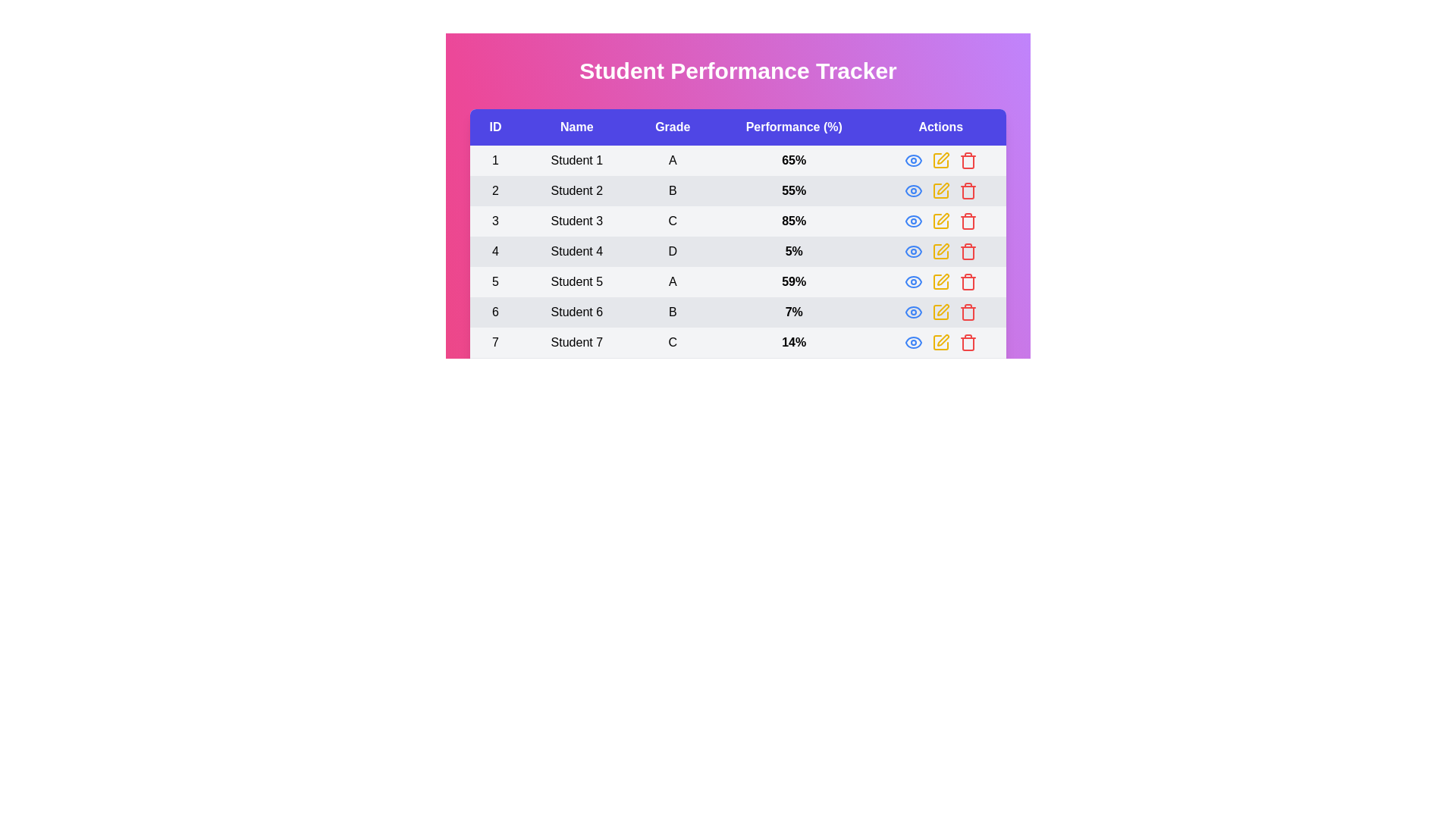 This screenshot has height=819, width=1456. What do you see at coordinates (672, 127) in the screenshot?
I see `the column header Grade to sort the rows by that column` at bounding box center [672, 127].